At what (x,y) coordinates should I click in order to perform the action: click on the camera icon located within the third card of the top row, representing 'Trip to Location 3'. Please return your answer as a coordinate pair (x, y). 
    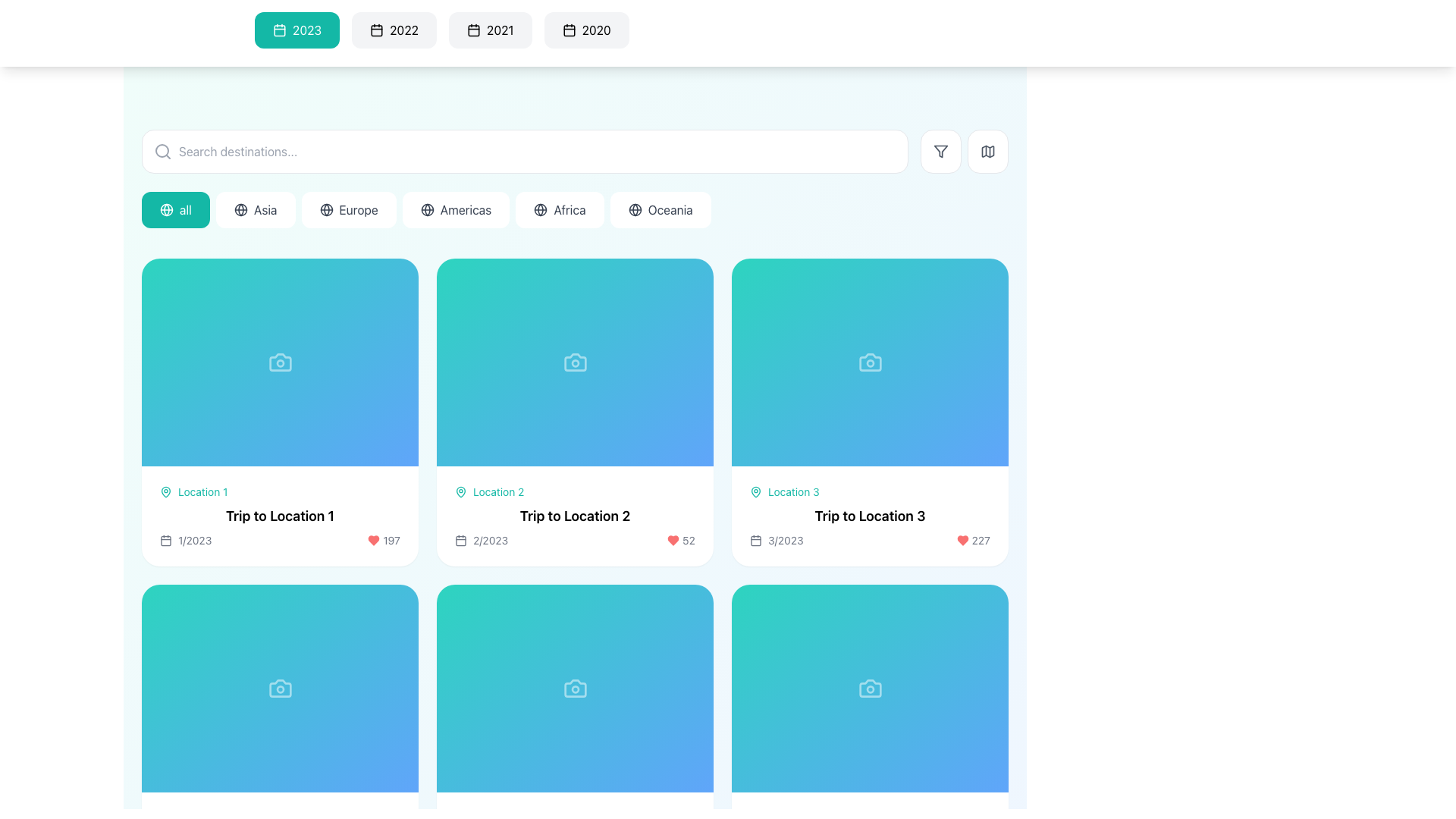
    Looking at the image, I should click on (870, 362).